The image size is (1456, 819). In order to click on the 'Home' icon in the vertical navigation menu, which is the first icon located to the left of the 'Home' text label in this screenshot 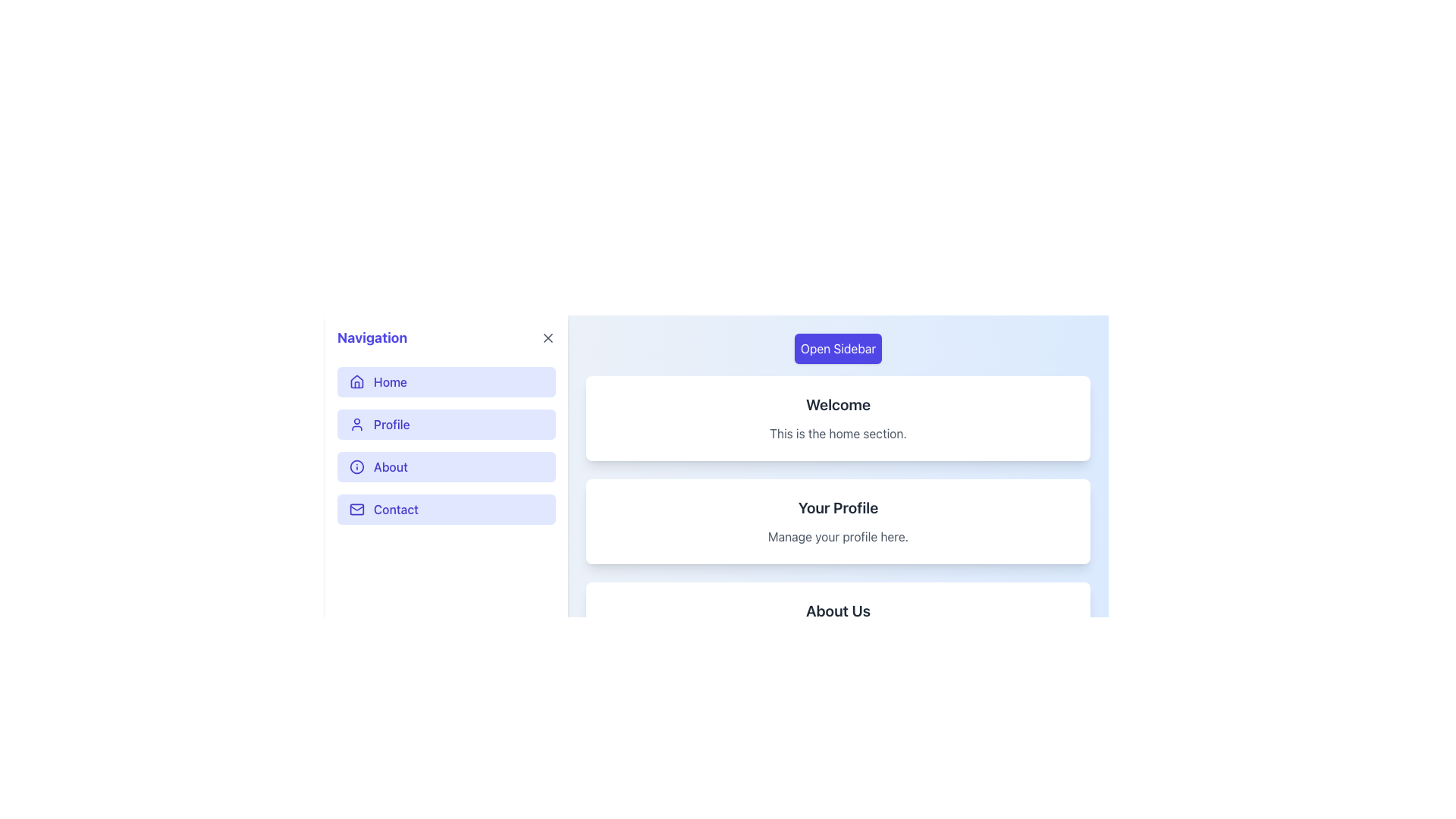, I will do `click(356, 380)`.